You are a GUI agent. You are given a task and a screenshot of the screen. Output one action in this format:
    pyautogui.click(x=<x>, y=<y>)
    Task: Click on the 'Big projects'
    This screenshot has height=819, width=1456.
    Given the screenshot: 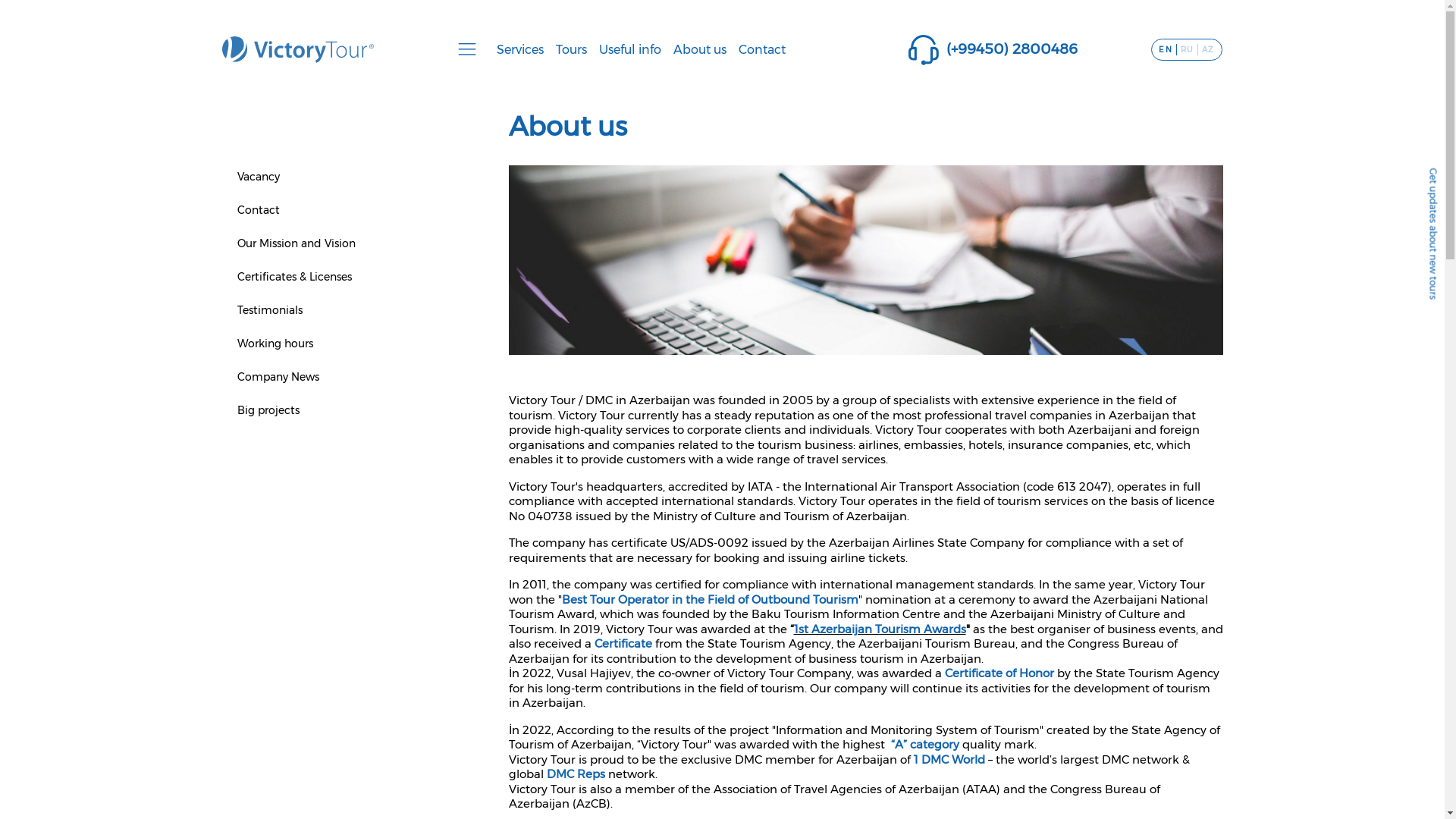 What is the action you would take?
    pyautogui.click(x=268, y=409)
    